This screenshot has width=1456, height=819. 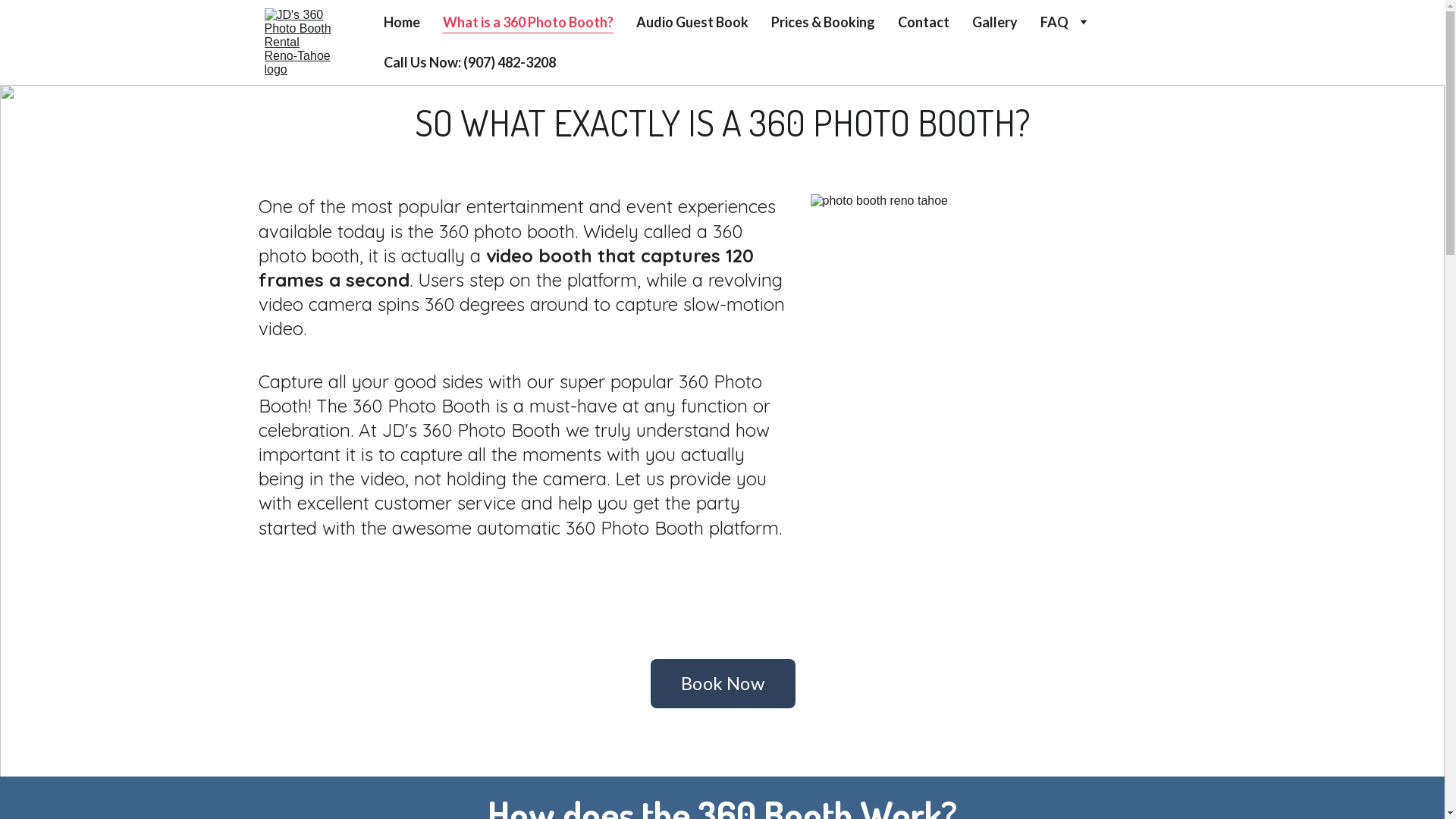 What do you see at coordinates (923, 22) in the screenshot?
I see `'Contact'` at bounding box center [923, 22].